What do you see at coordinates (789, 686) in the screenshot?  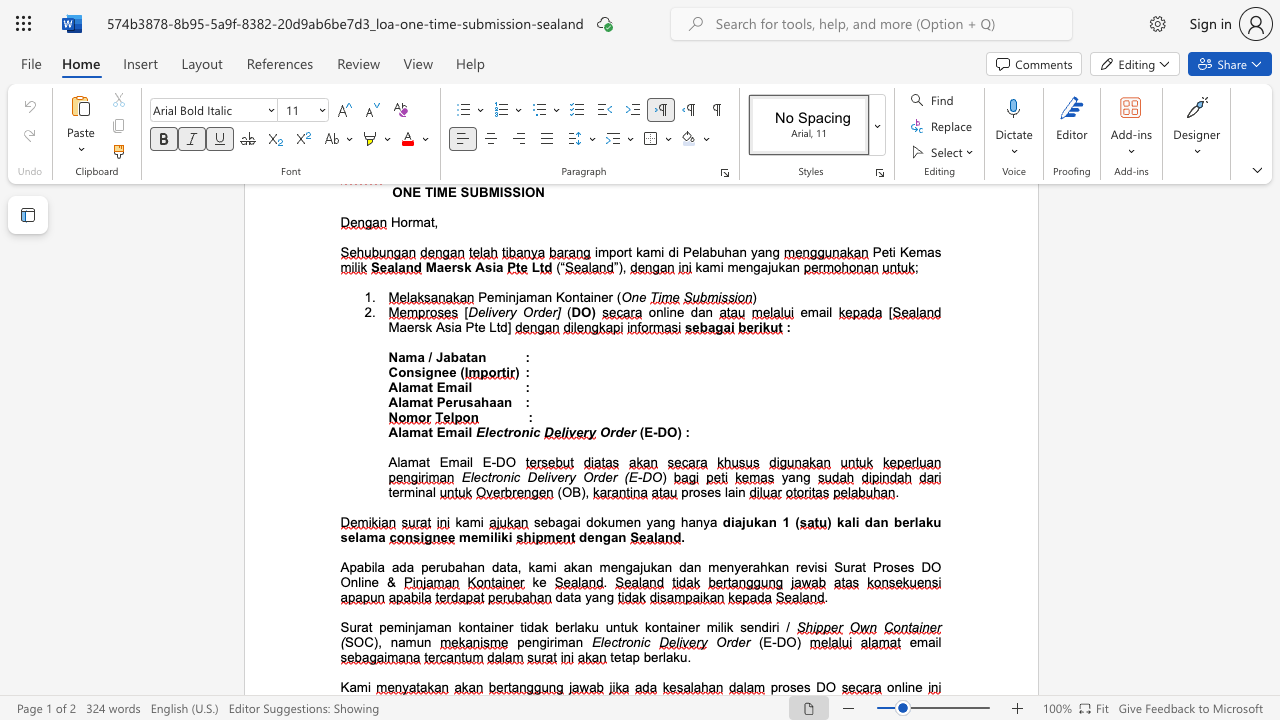 I see `the subset text "se" within the text "proses DO"` at bounding box center [789, 686].